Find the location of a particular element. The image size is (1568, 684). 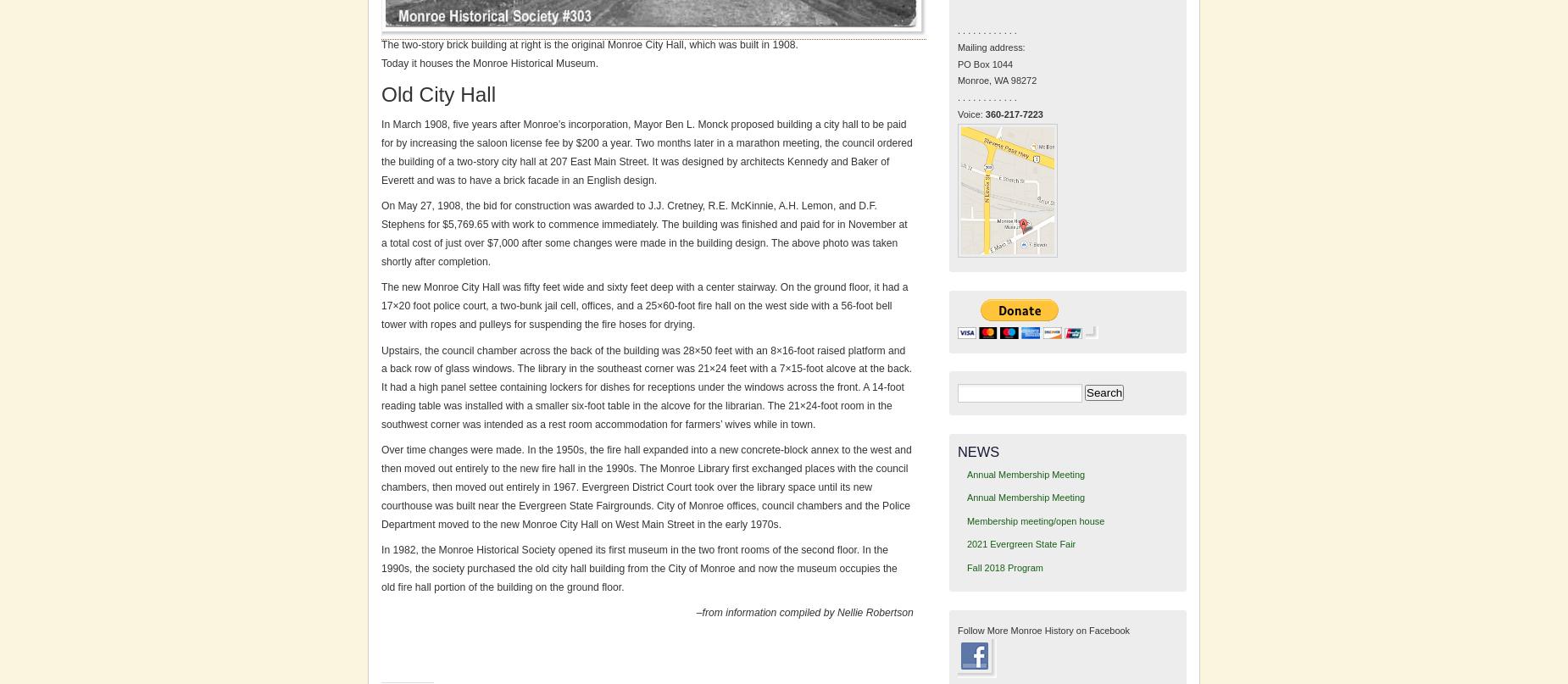

'–from information compiled by Nellie Robertson' is located at coordinates (803, 612).